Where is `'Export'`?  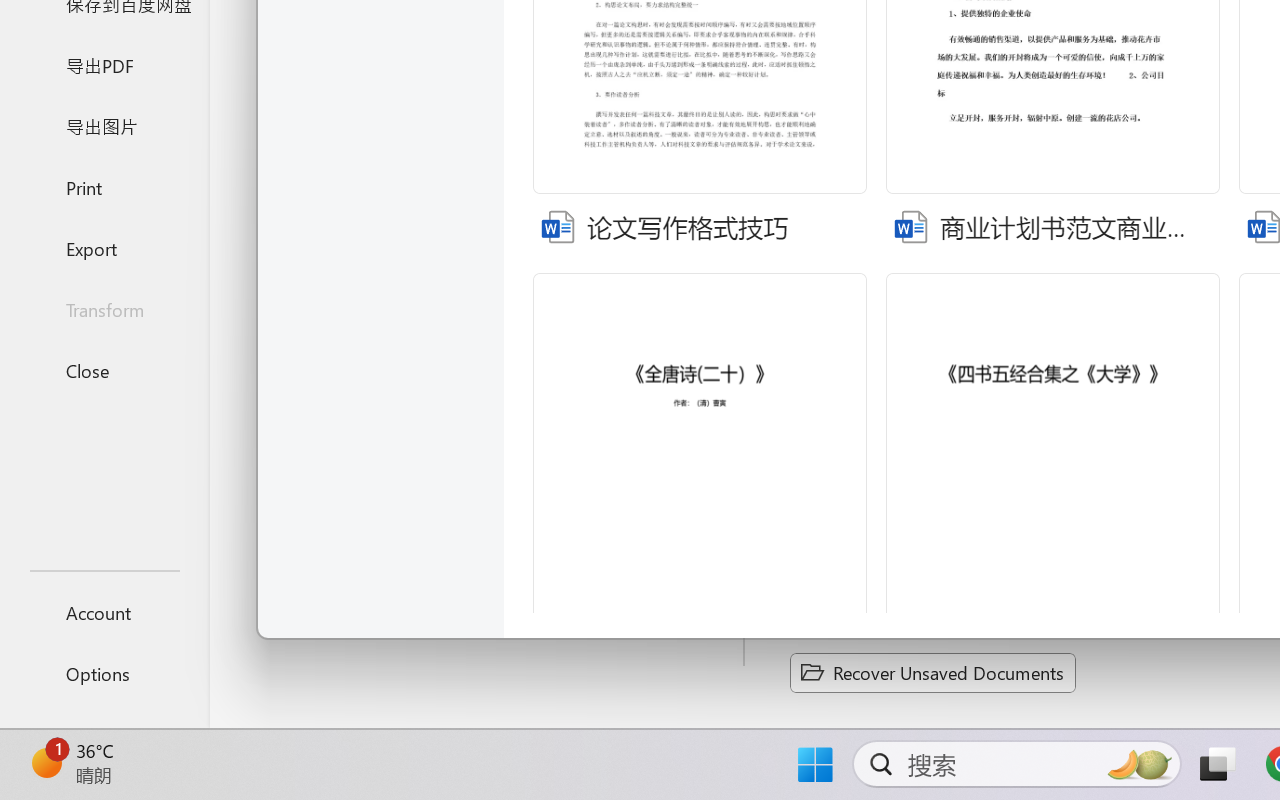 'Export' is located at coordinates (103, 247).